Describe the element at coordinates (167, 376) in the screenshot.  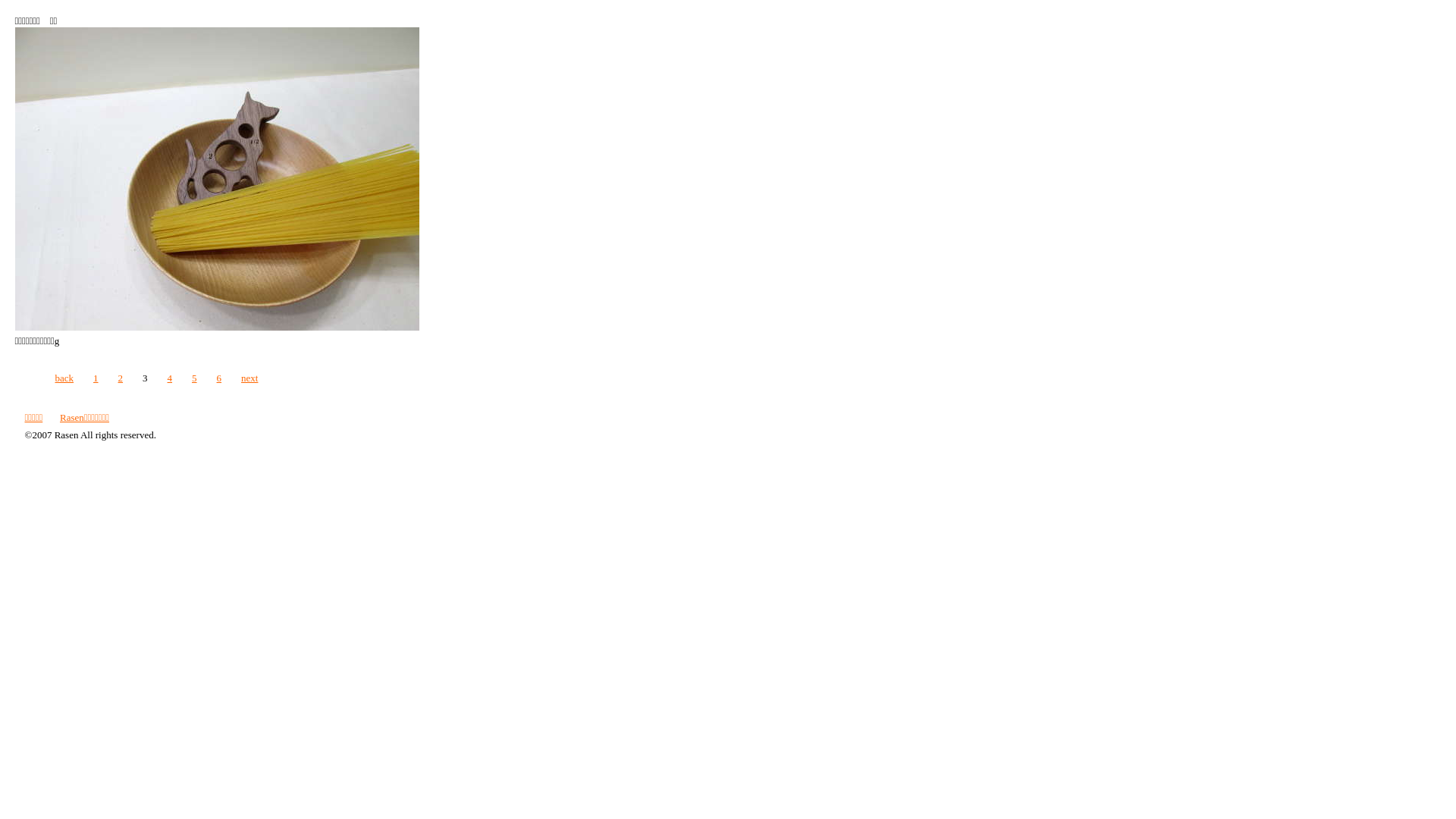
I see `'4'` at that location.